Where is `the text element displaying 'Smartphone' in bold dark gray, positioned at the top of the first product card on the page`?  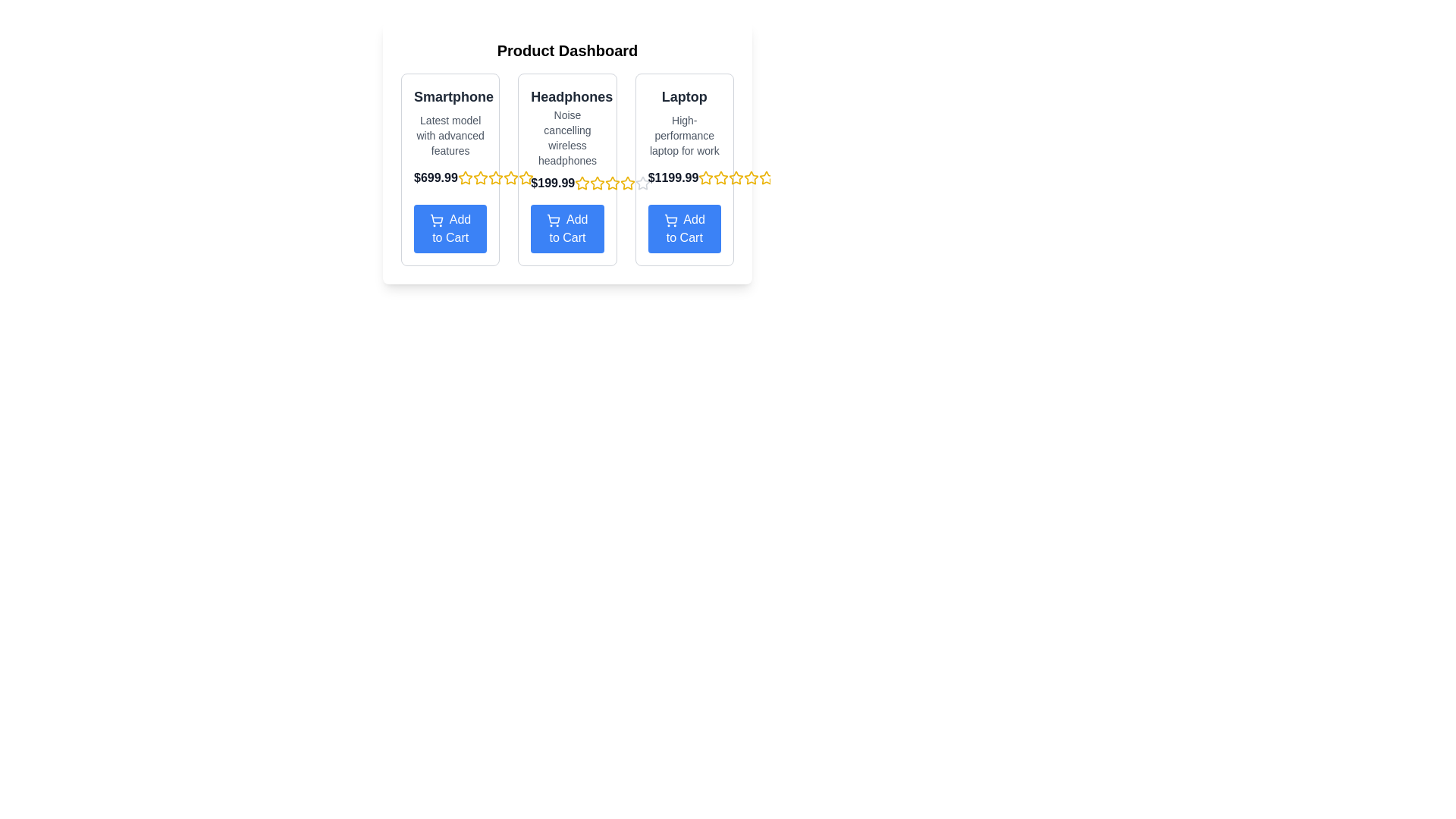 the text element displaying 'Smartphone' in bold dark gray, positioned at the top of the first product card on the page is located at coordinates (450, 96).